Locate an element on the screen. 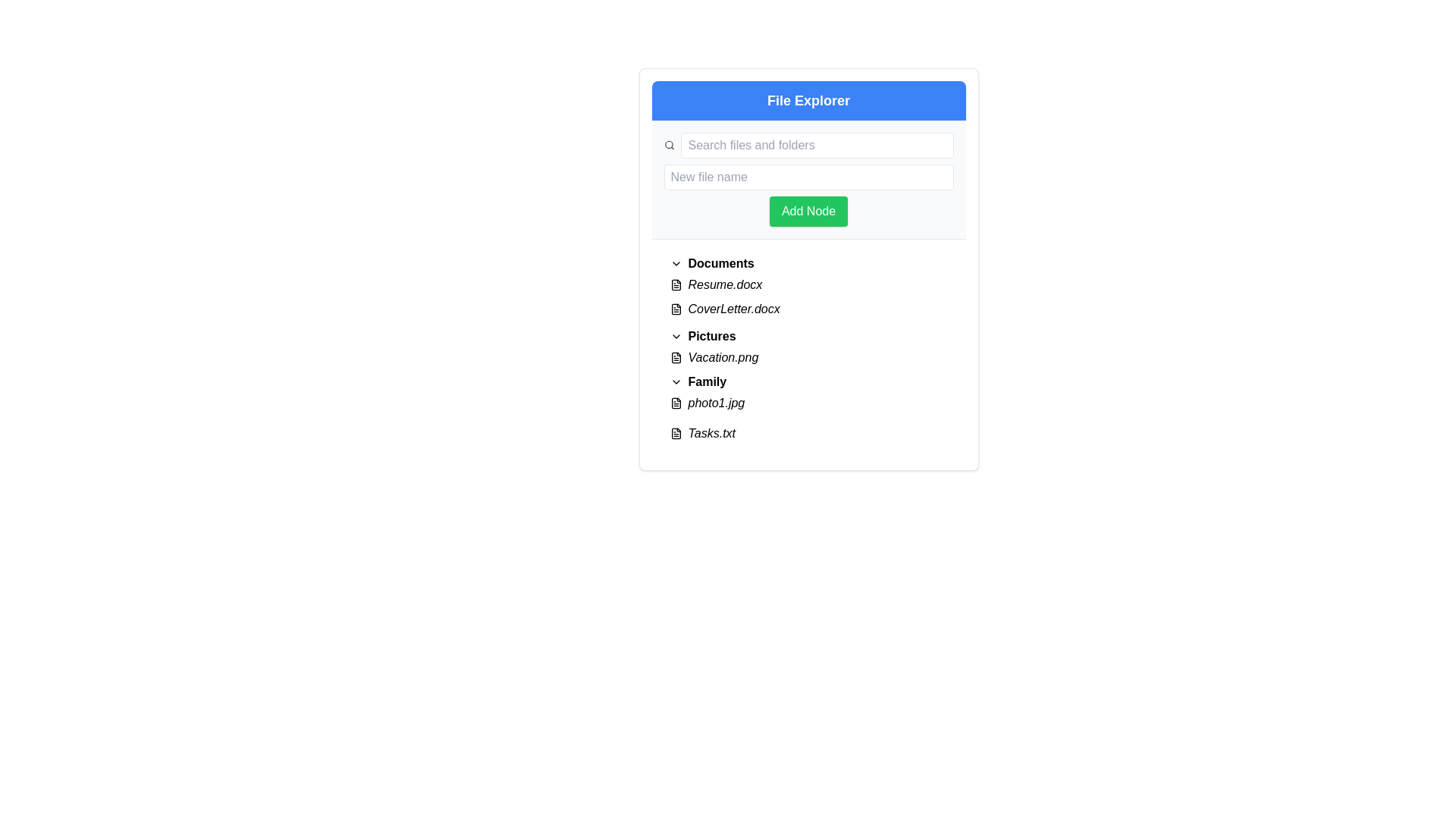 The image size is (1456, 819). the submission button for adding a new node or entry, which is located directly below the input field for 'New file name' is located at coordinates (808, 195).